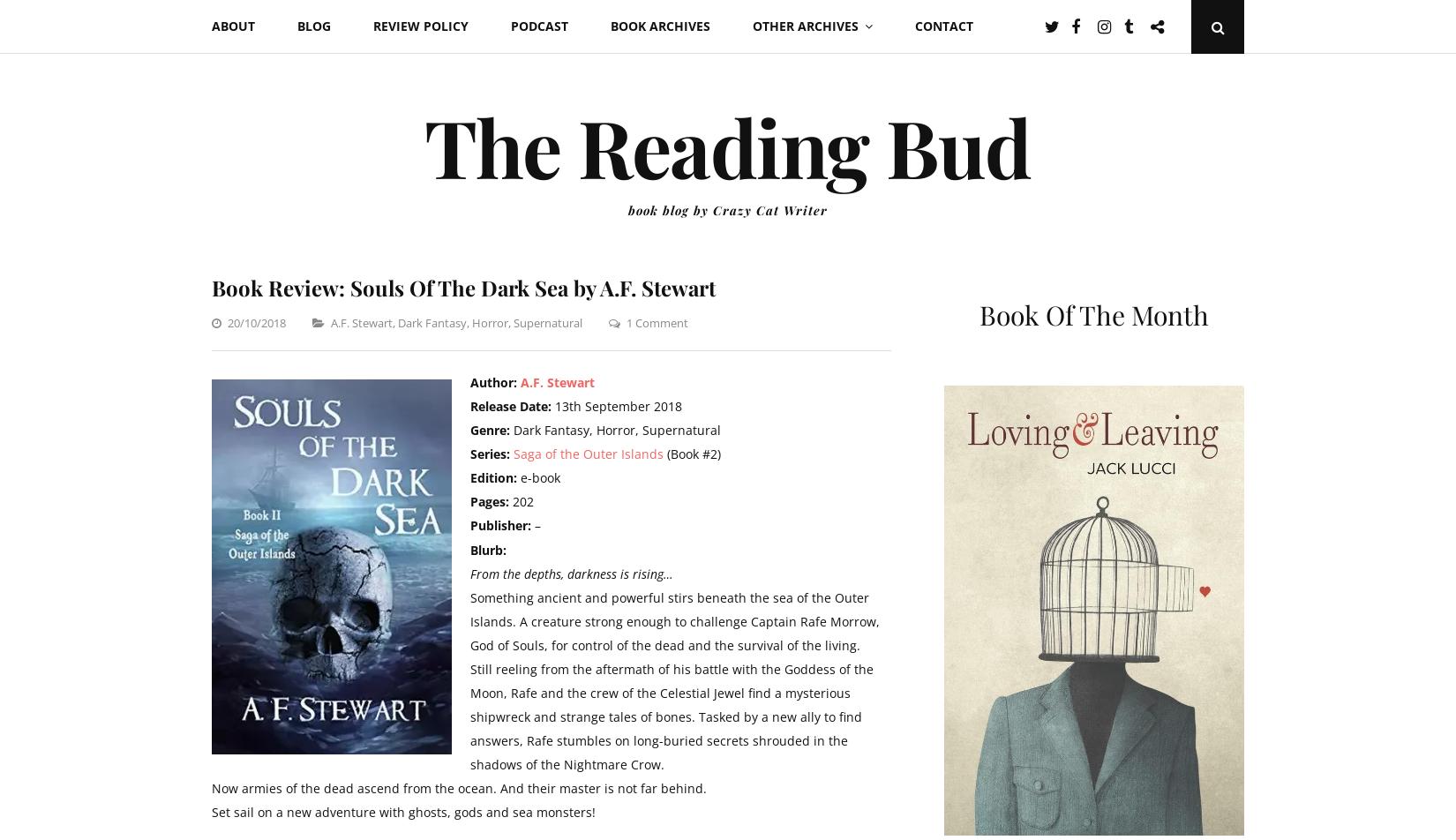  I want to click on 'Edition:', so click(469, 477).